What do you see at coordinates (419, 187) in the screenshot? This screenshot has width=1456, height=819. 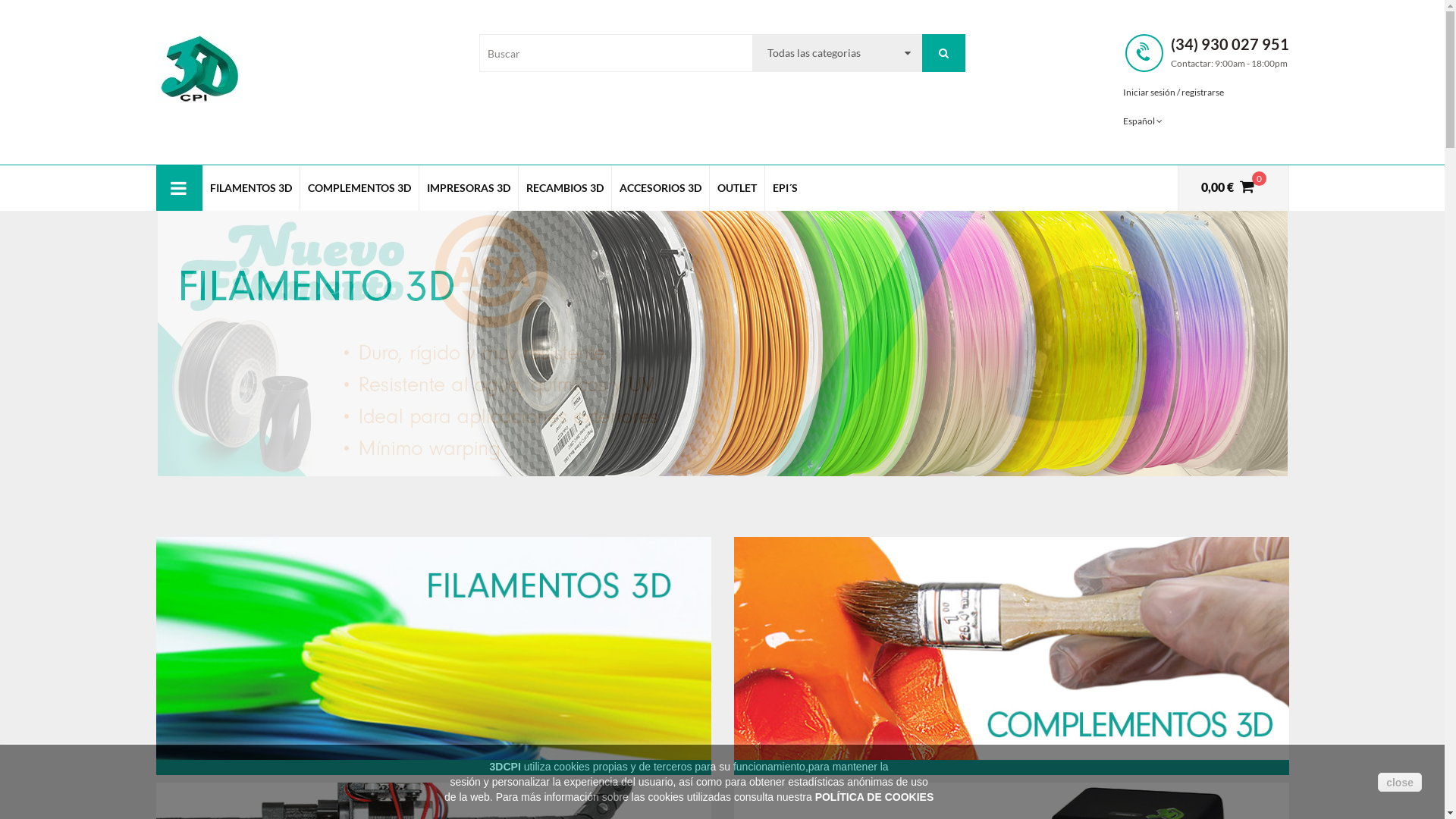 I see `'IMPRESORAS 3D'` at bounding box center [419, 187].